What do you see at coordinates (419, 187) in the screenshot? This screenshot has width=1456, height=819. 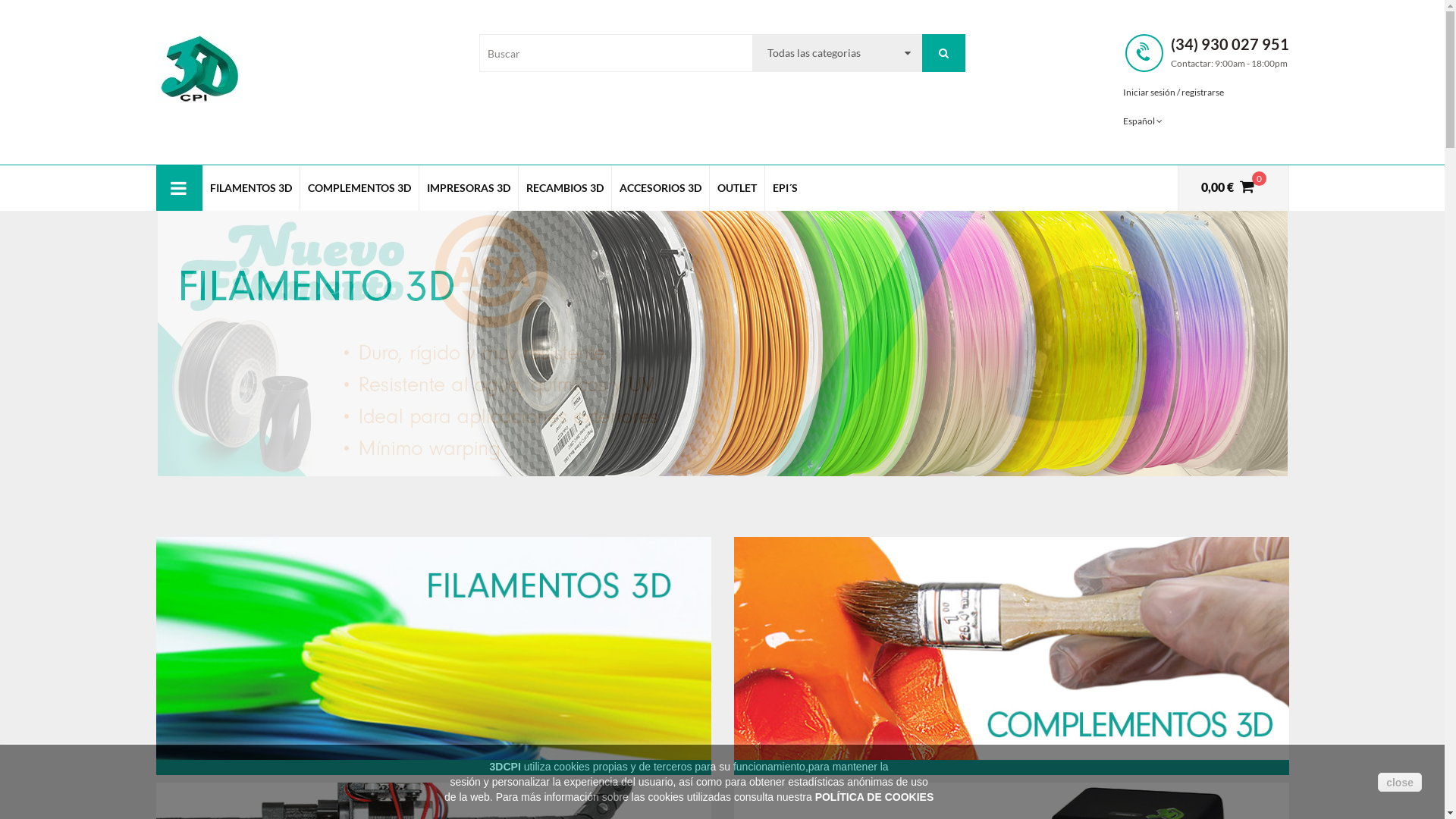 I see `'IMPRESORAS 3D'` at bounding box center [419, 187].